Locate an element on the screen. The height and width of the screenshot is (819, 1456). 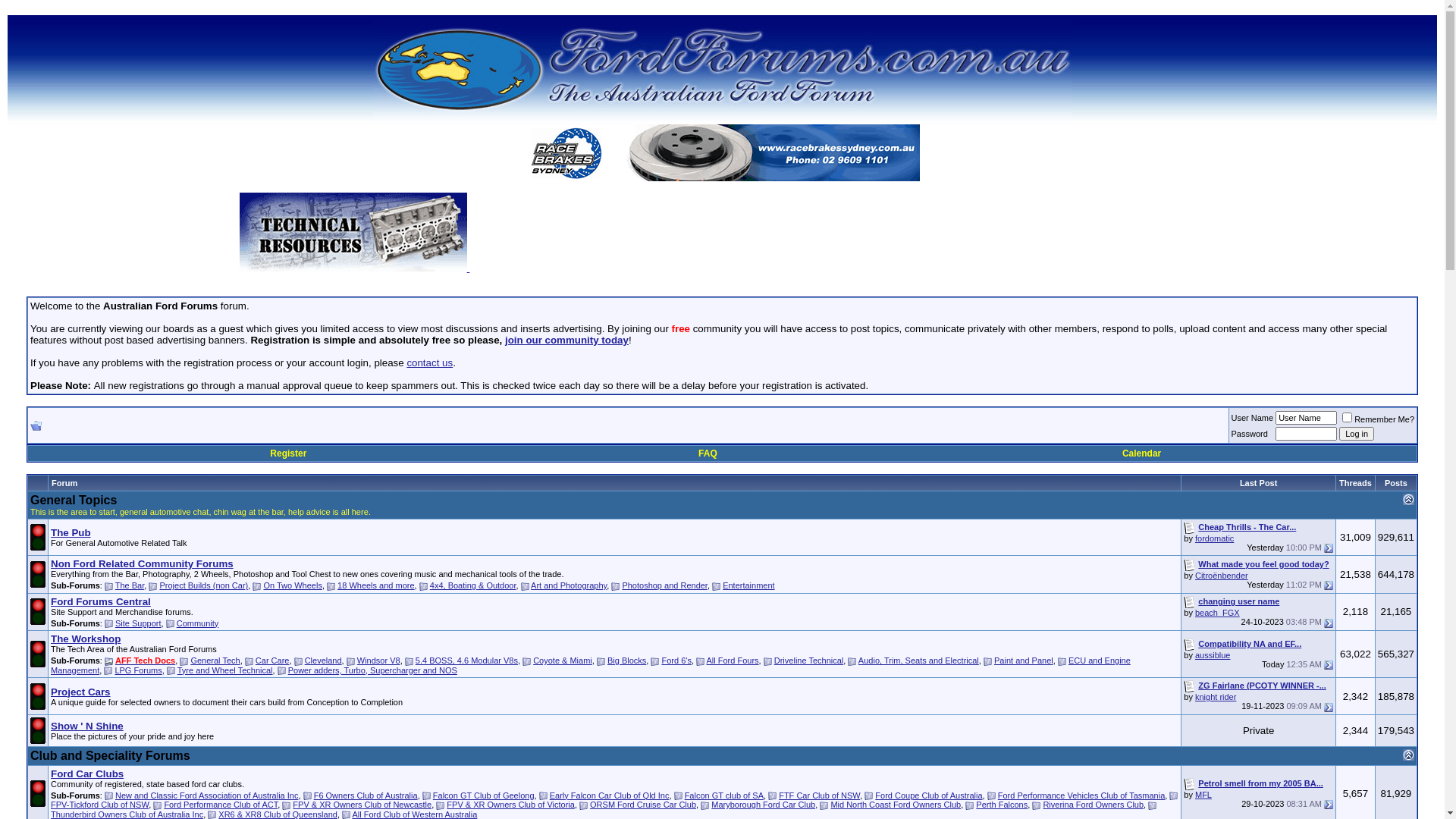
'fordomatic' is located at coordinates (1214, 537).